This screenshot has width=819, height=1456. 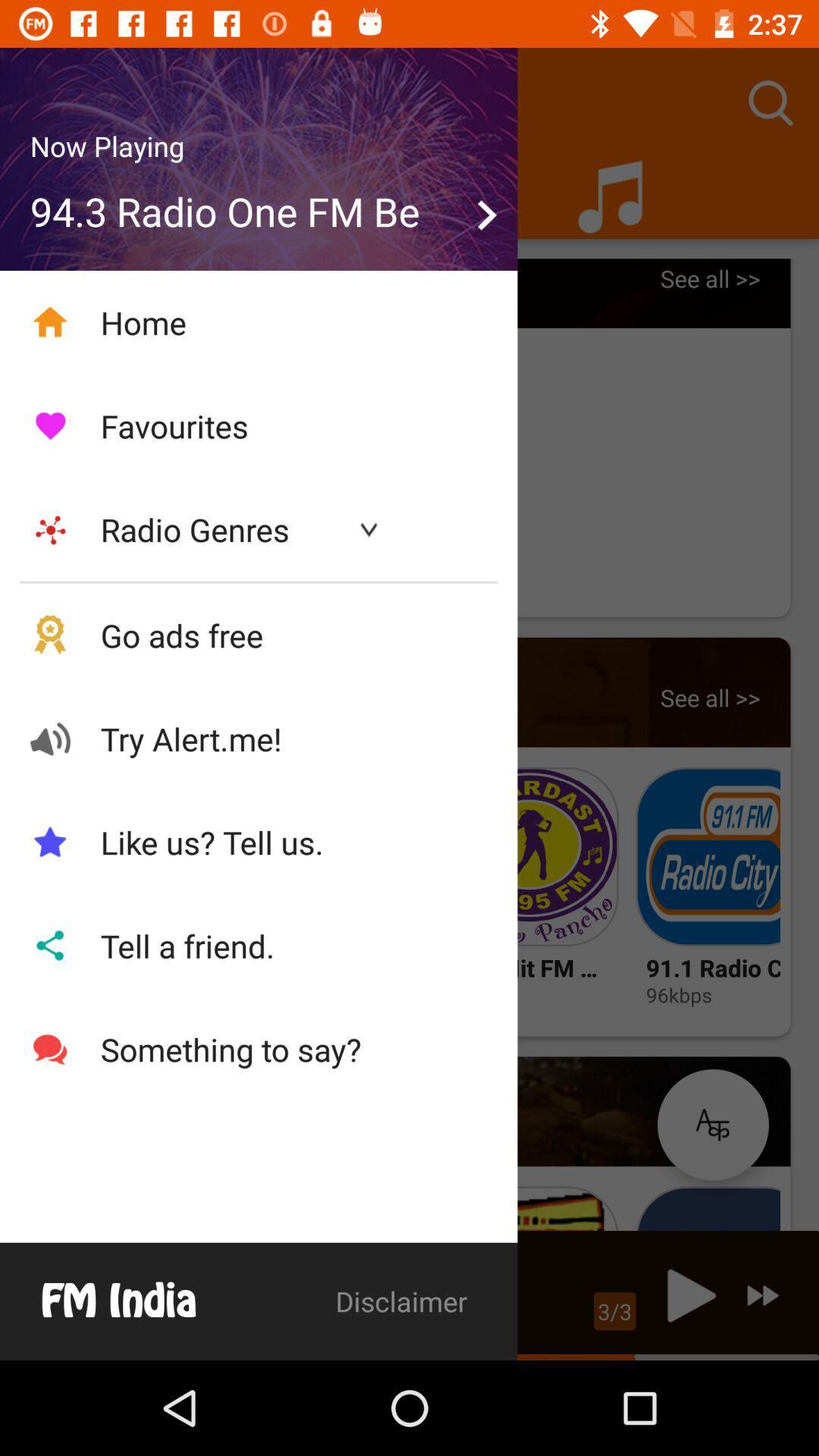 I want to click on the play icon, so click(x=687, y=1294).